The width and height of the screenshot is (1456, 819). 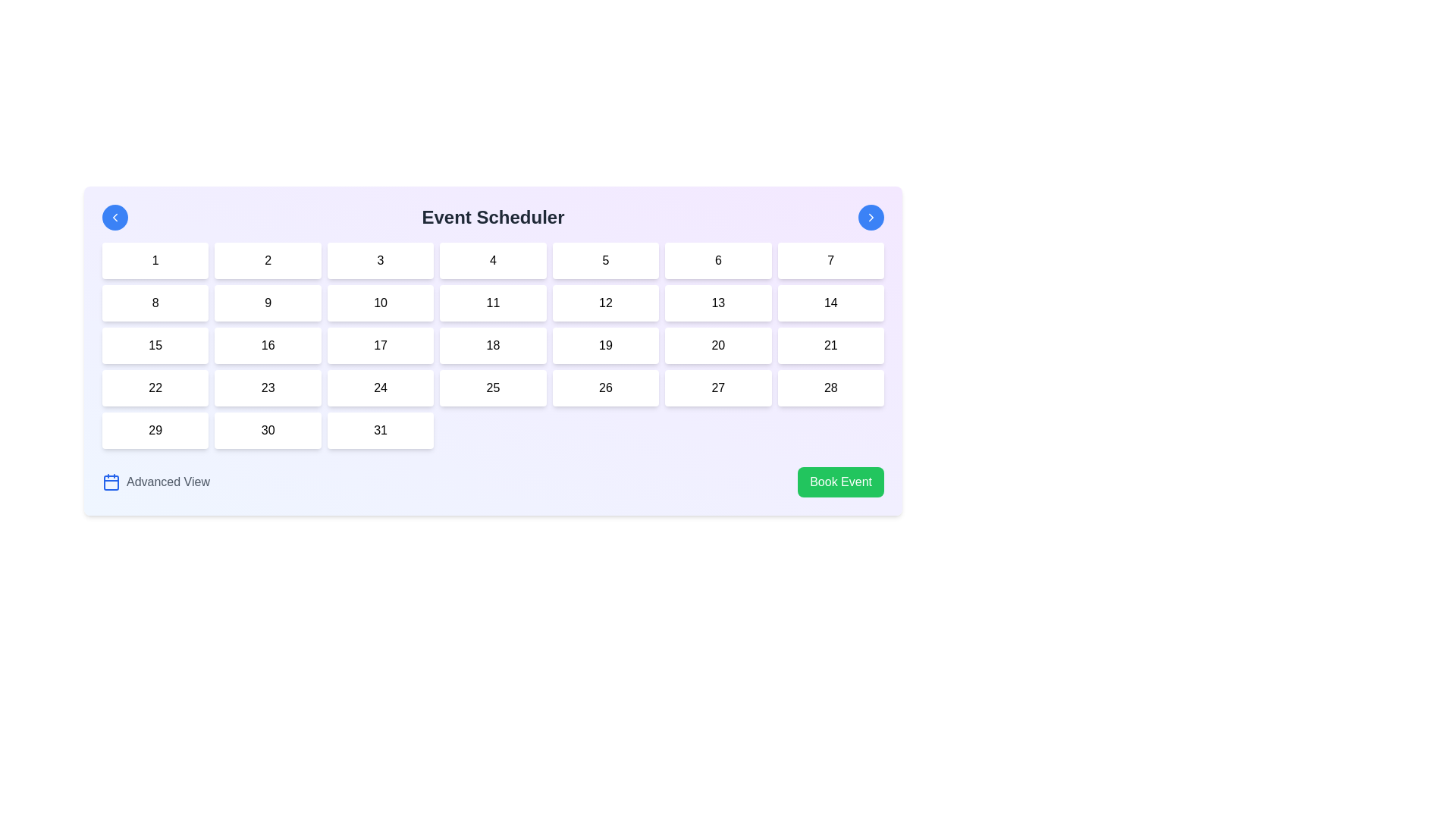 I want to click on the button representing the date '30' in the calendar, so click(x=268, y=430).